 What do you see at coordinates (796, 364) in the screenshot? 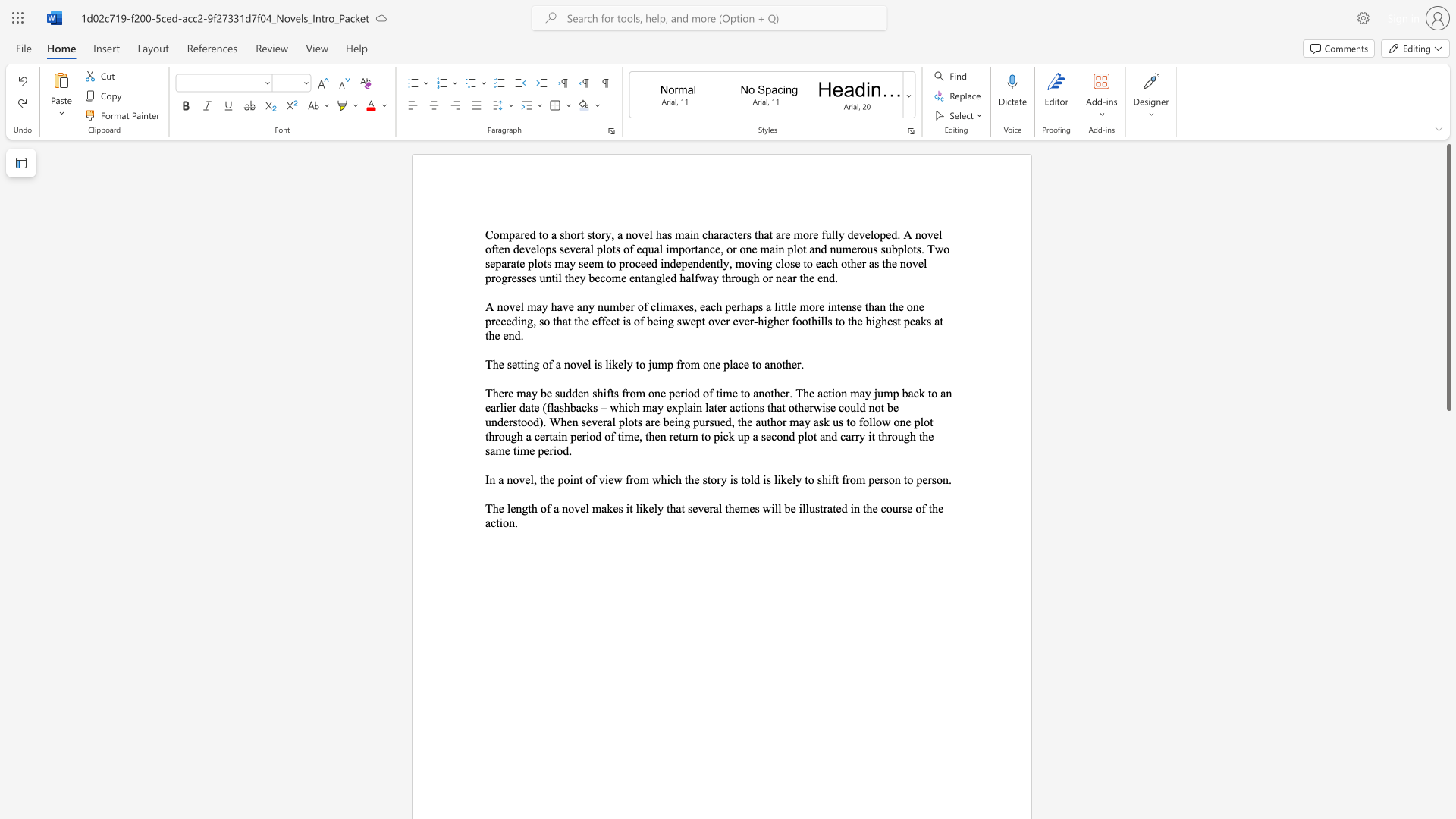
I see `the subset text "r." within the text "The setting of a novel is likely to jump from one place to another."` at bounding box center [796, 364].